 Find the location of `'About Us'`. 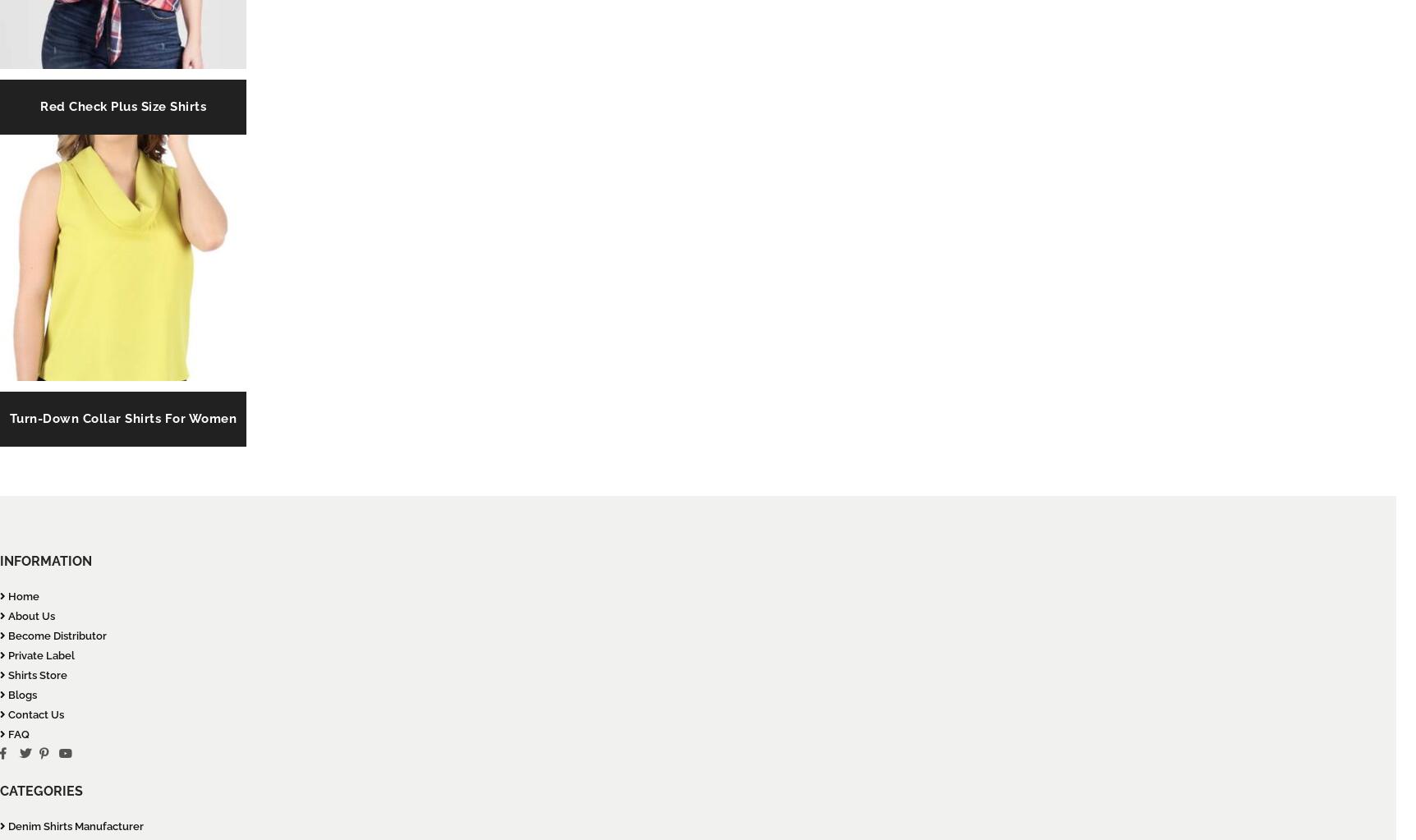

'About Us' is located at coordinates (30, 615).